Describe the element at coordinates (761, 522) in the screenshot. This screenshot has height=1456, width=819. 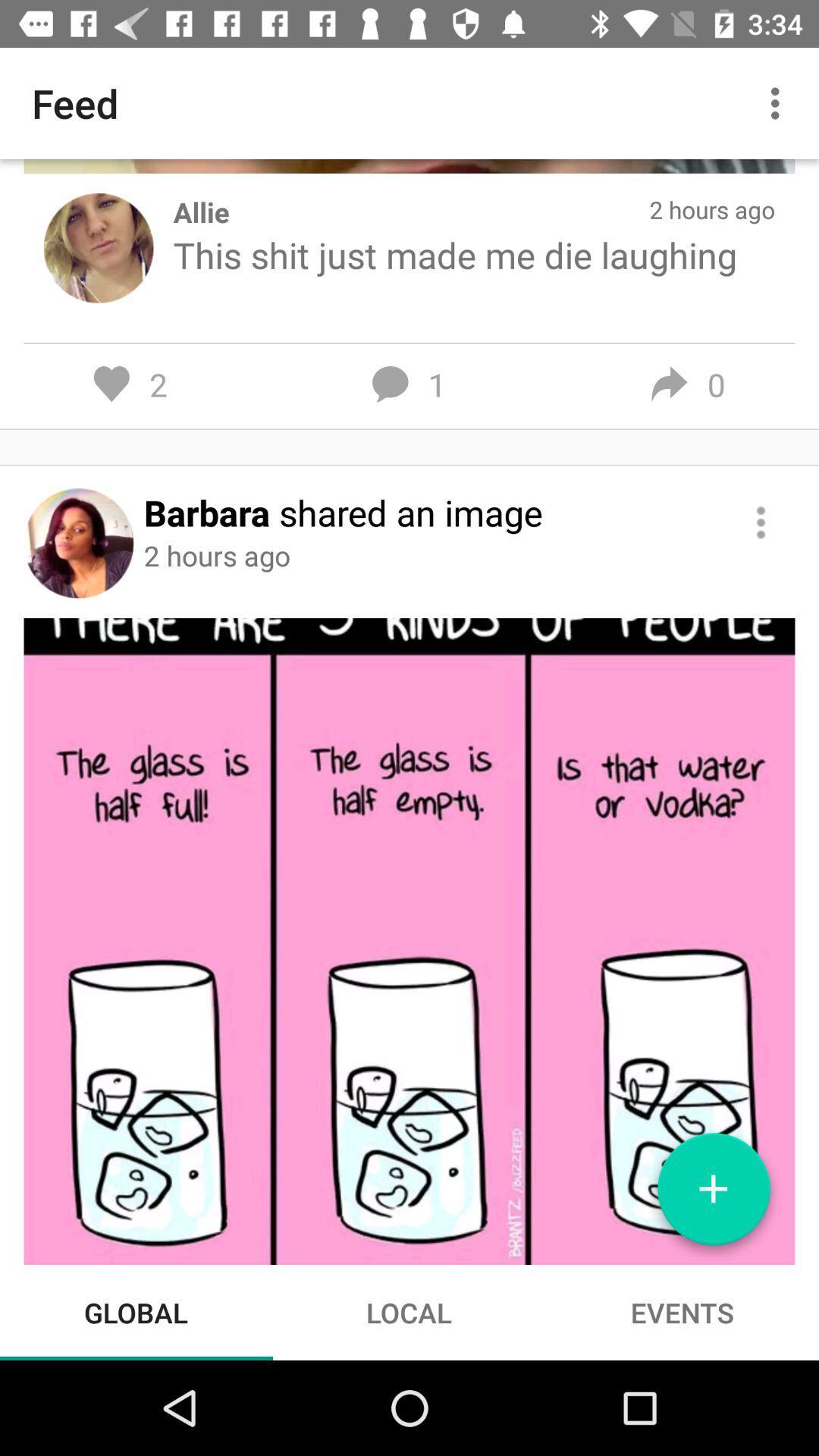
I see `item on the right` at that location.